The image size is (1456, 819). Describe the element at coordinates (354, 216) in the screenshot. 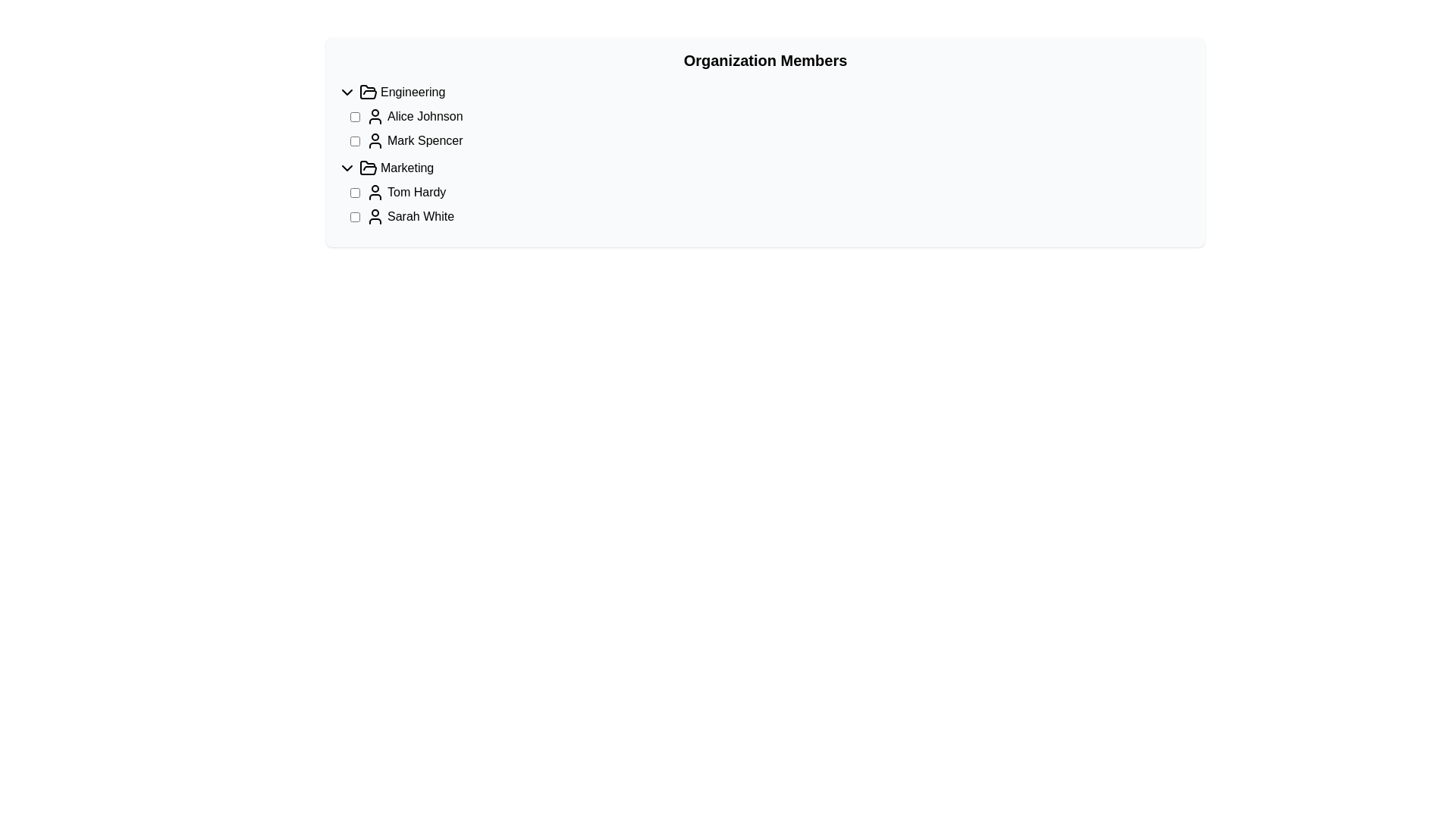

I see `the rectangular checkbox positioned to the left of the avatar icon and text for 'Sarah White'` at that location.